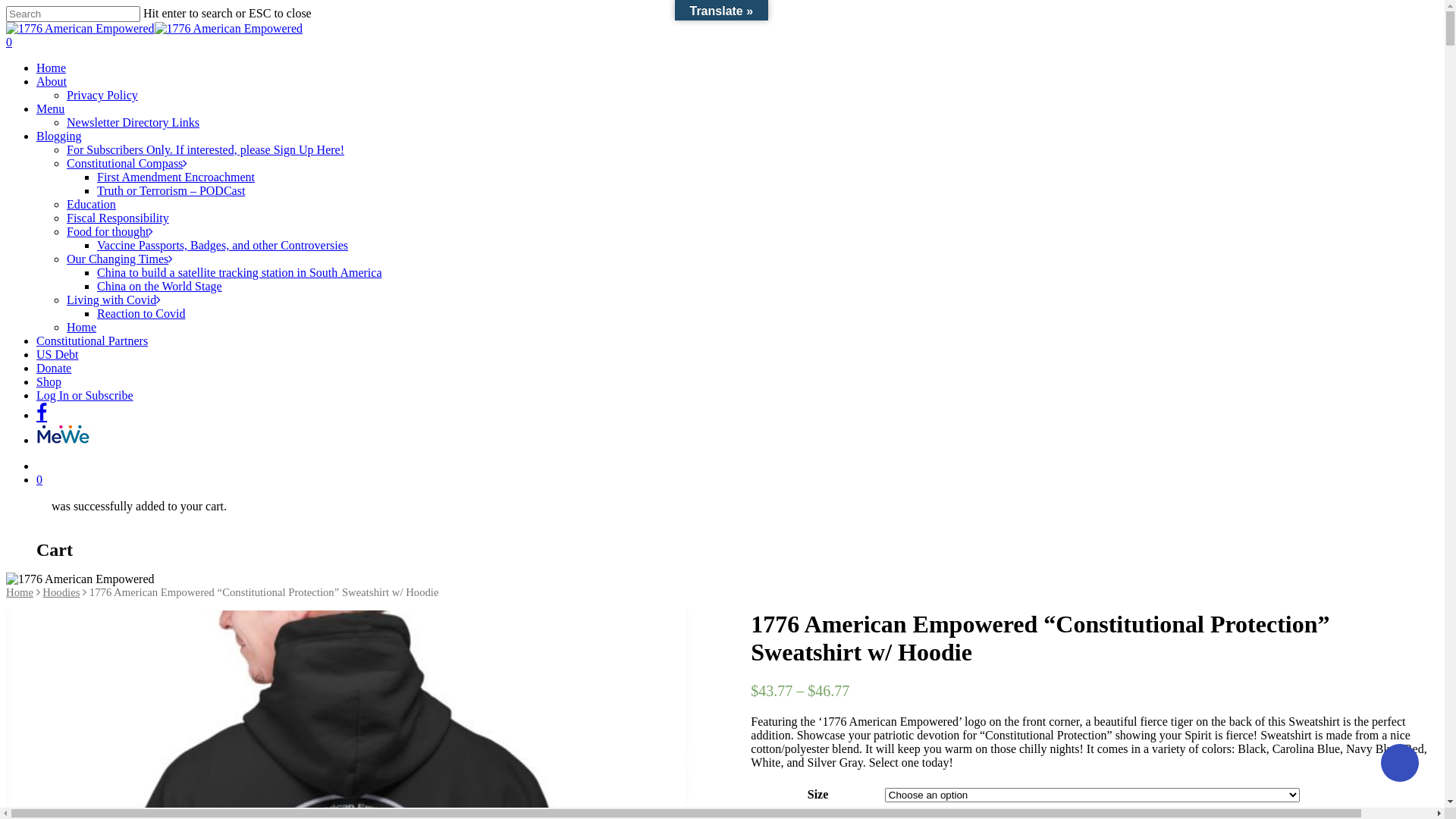 This screenshot has width=1456, height=819. Describe the element at coordinates (49, 381) in the screenshot. I see `'Shop'` at that location.